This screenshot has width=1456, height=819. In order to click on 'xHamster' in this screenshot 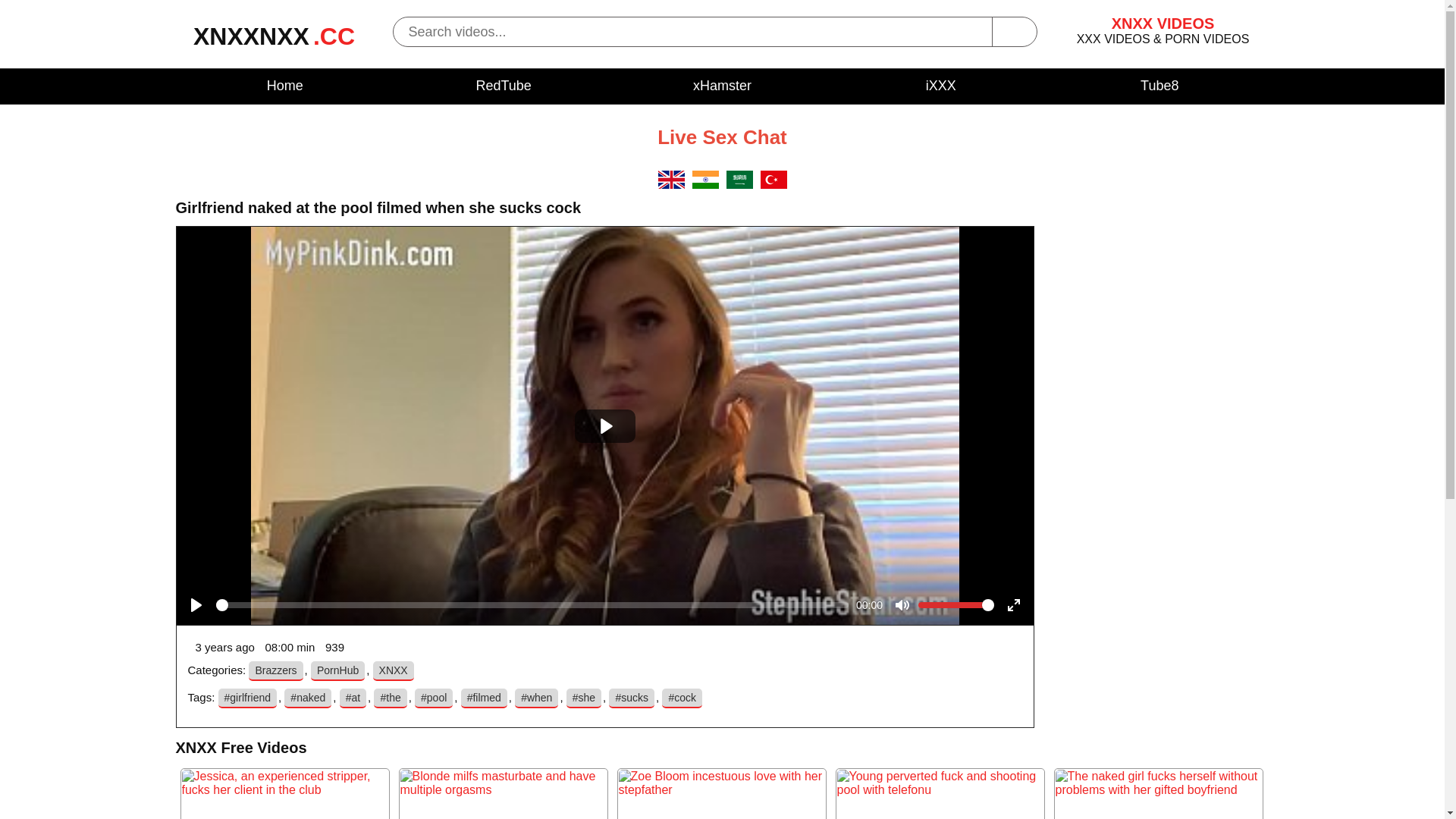, I will do `click(720, 85)`.